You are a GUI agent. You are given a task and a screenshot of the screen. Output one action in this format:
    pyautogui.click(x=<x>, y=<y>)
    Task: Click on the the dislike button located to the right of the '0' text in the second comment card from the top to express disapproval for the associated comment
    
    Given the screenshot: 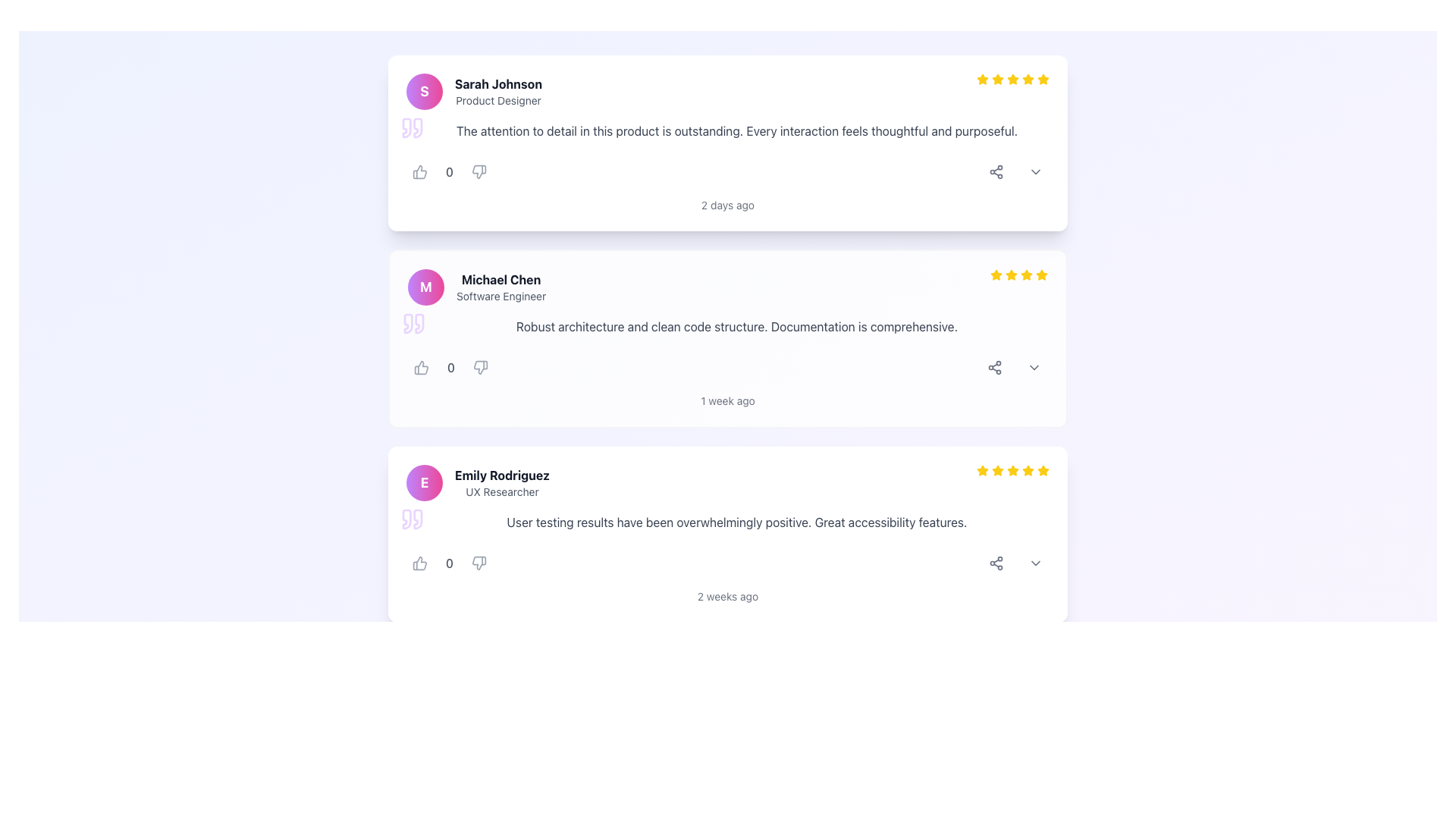 What is the action you would take?
    pyautogui.click(x=479, y=368)
    